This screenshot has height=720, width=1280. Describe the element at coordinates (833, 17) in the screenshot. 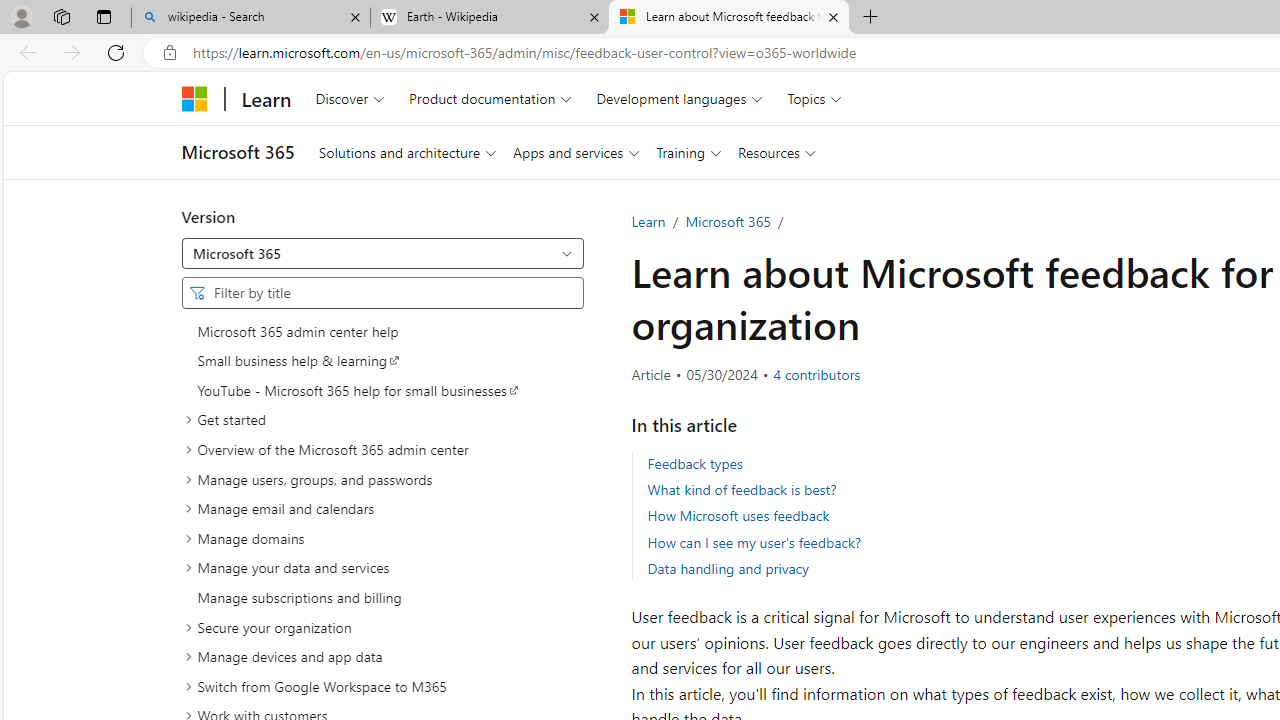

I see `'Close tab'` at that location.